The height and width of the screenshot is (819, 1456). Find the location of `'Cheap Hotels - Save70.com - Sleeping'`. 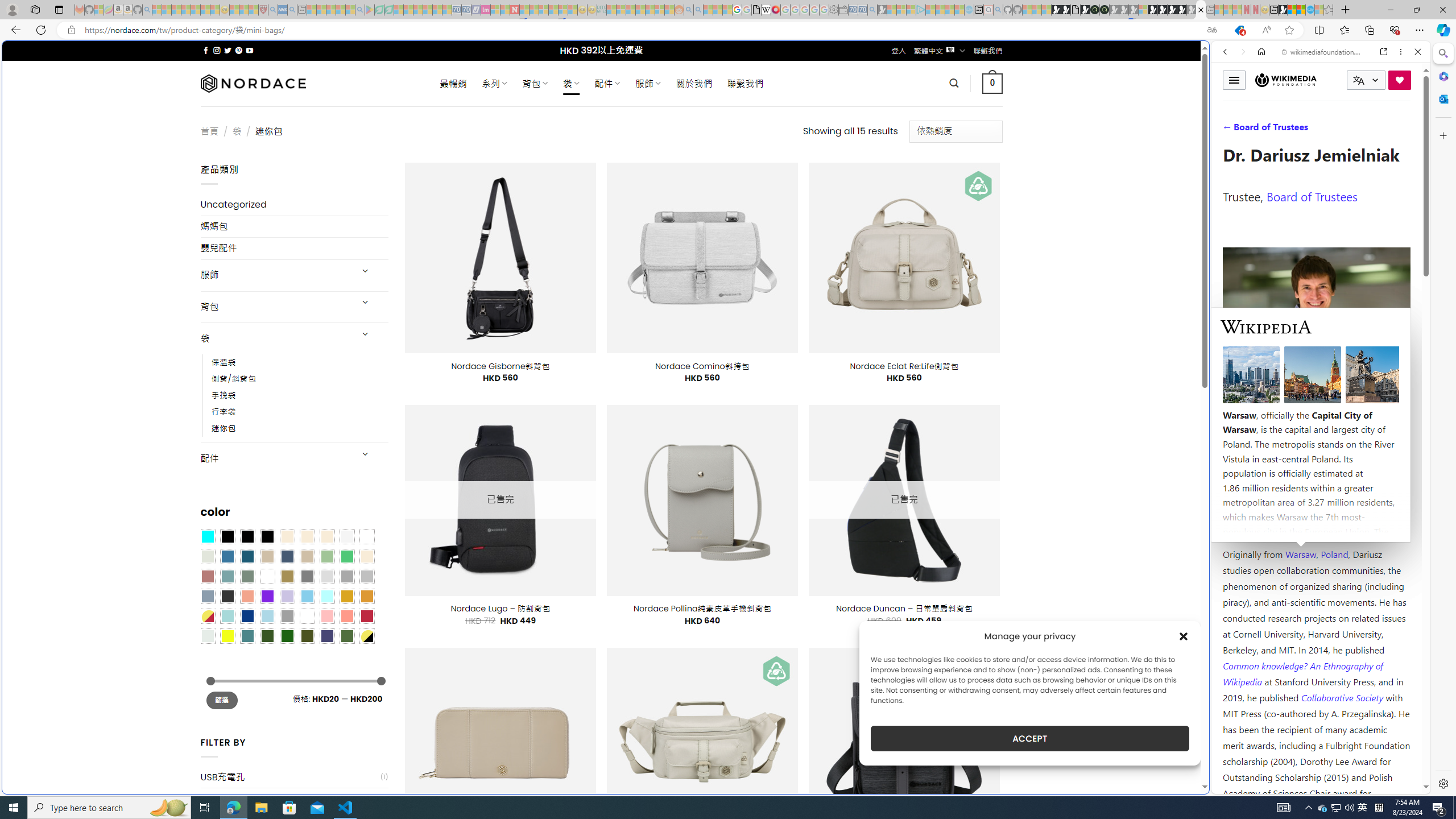

'Cheap Hotels - Save70.com - Sleeping' is located at coordinates (466, 9).